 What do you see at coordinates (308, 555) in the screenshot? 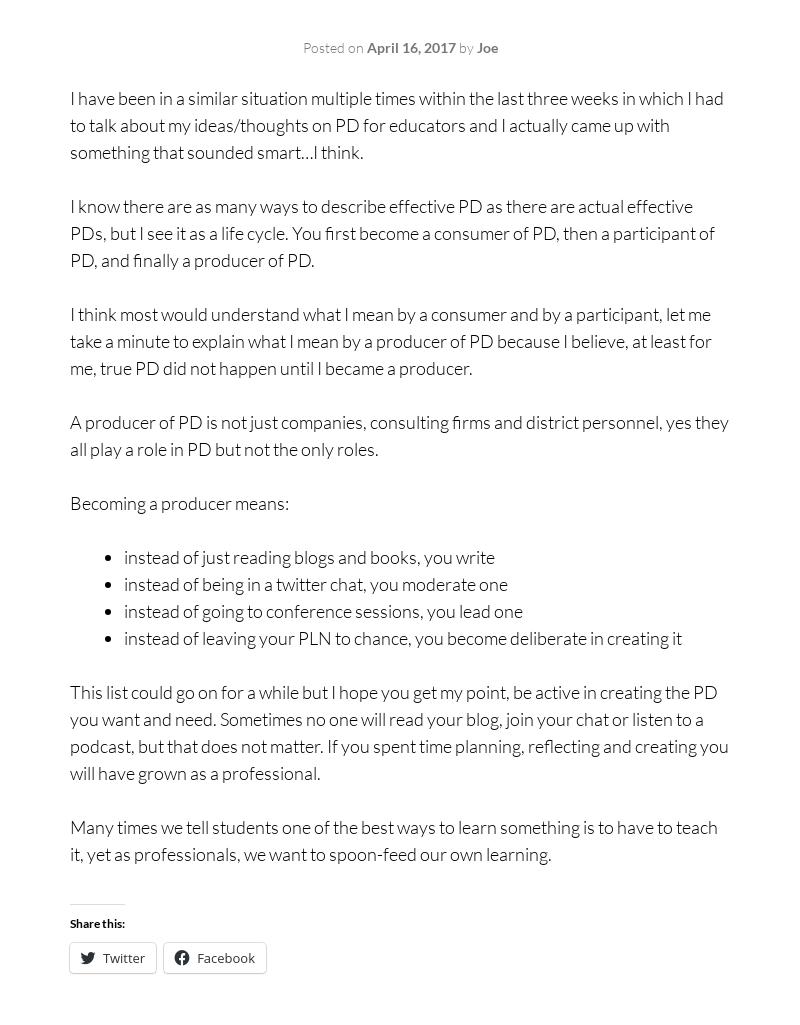
I see `'instead of just reading blogs and books, you write'` at bounding box center [308, 555].